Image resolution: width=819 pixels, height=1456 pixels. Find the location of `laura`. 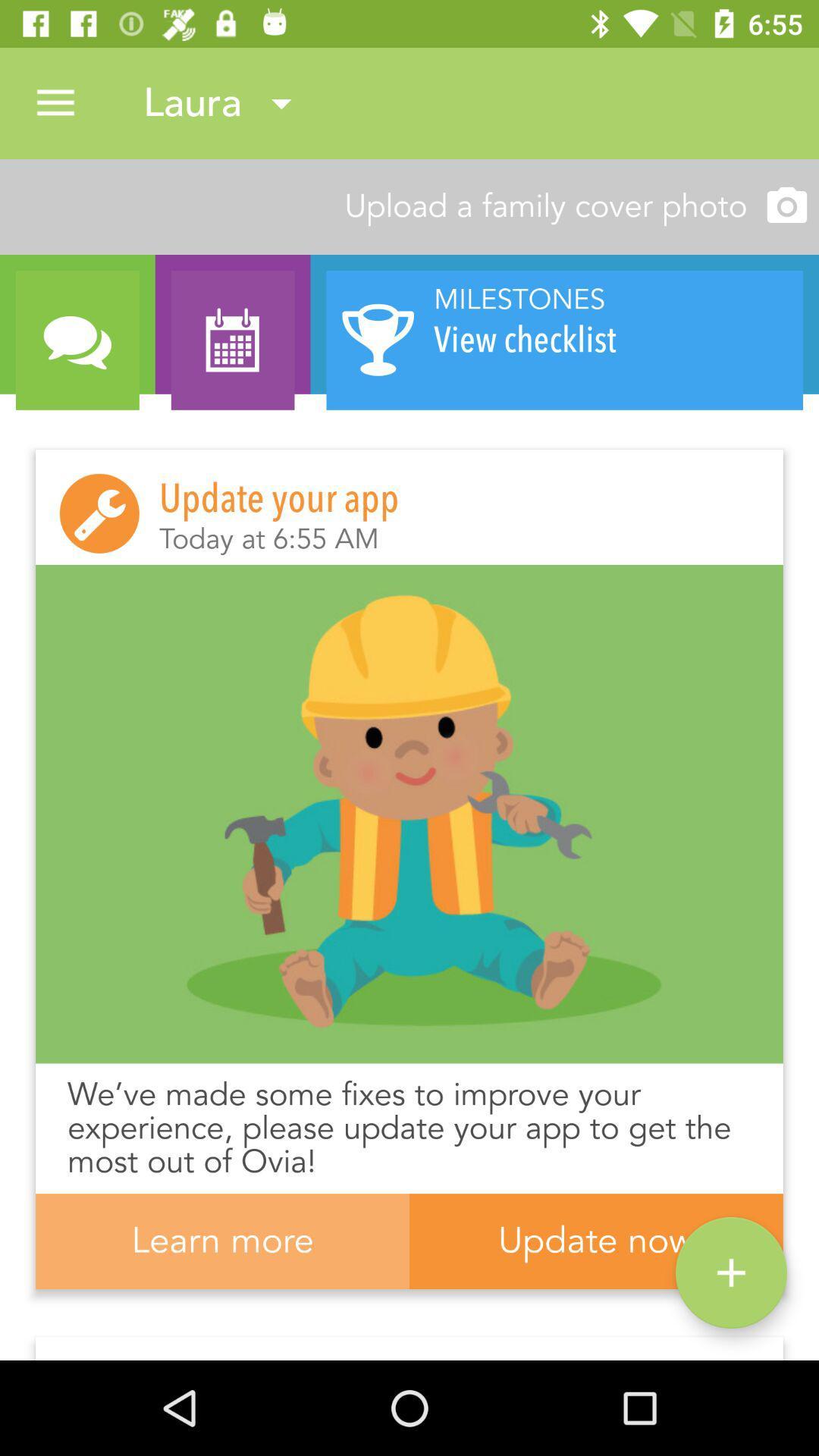

laura is located at coordinates (224, 102).